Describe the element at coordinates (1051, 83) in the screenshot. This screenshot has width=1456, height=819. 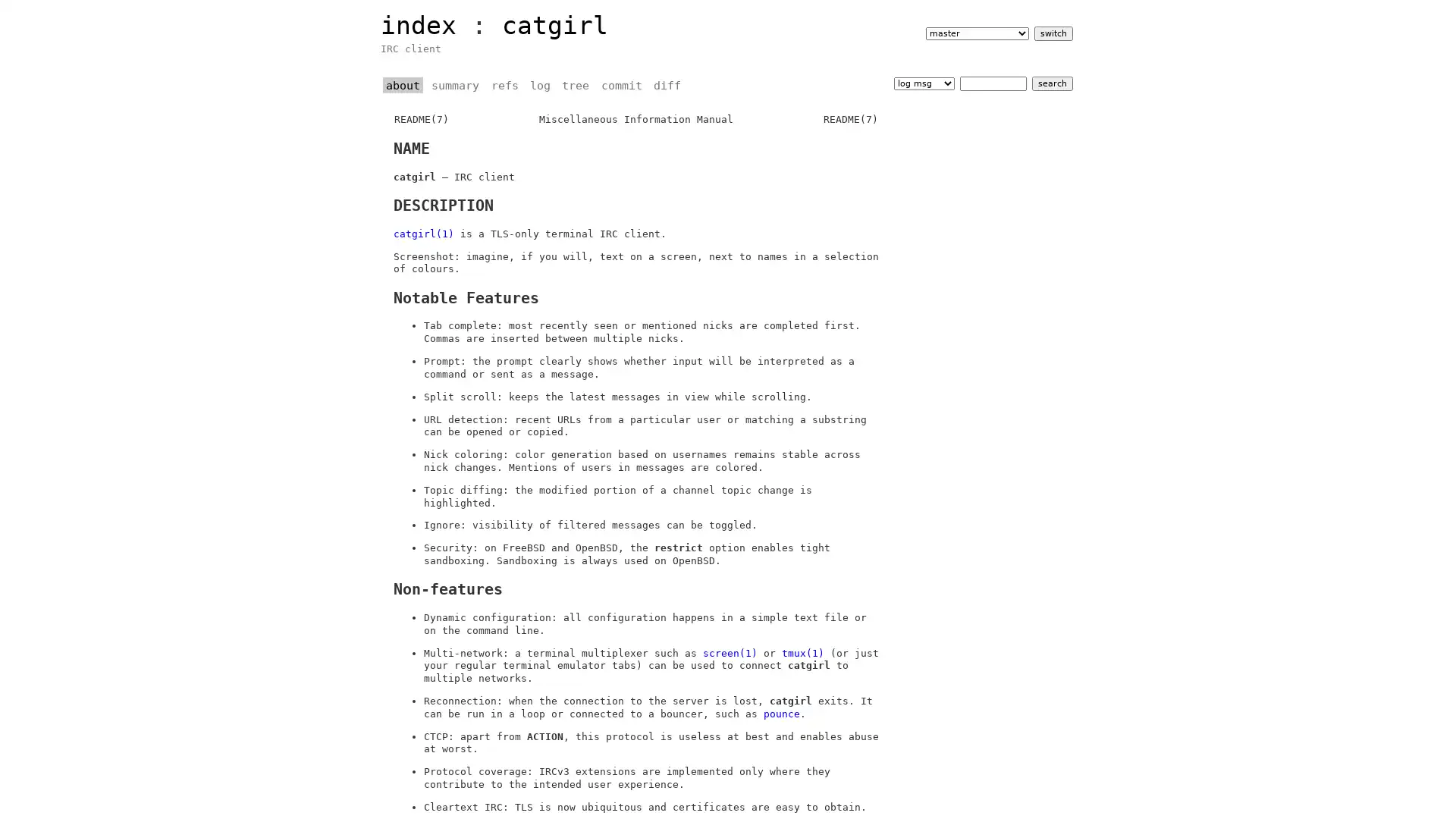
I see `search` at that location.